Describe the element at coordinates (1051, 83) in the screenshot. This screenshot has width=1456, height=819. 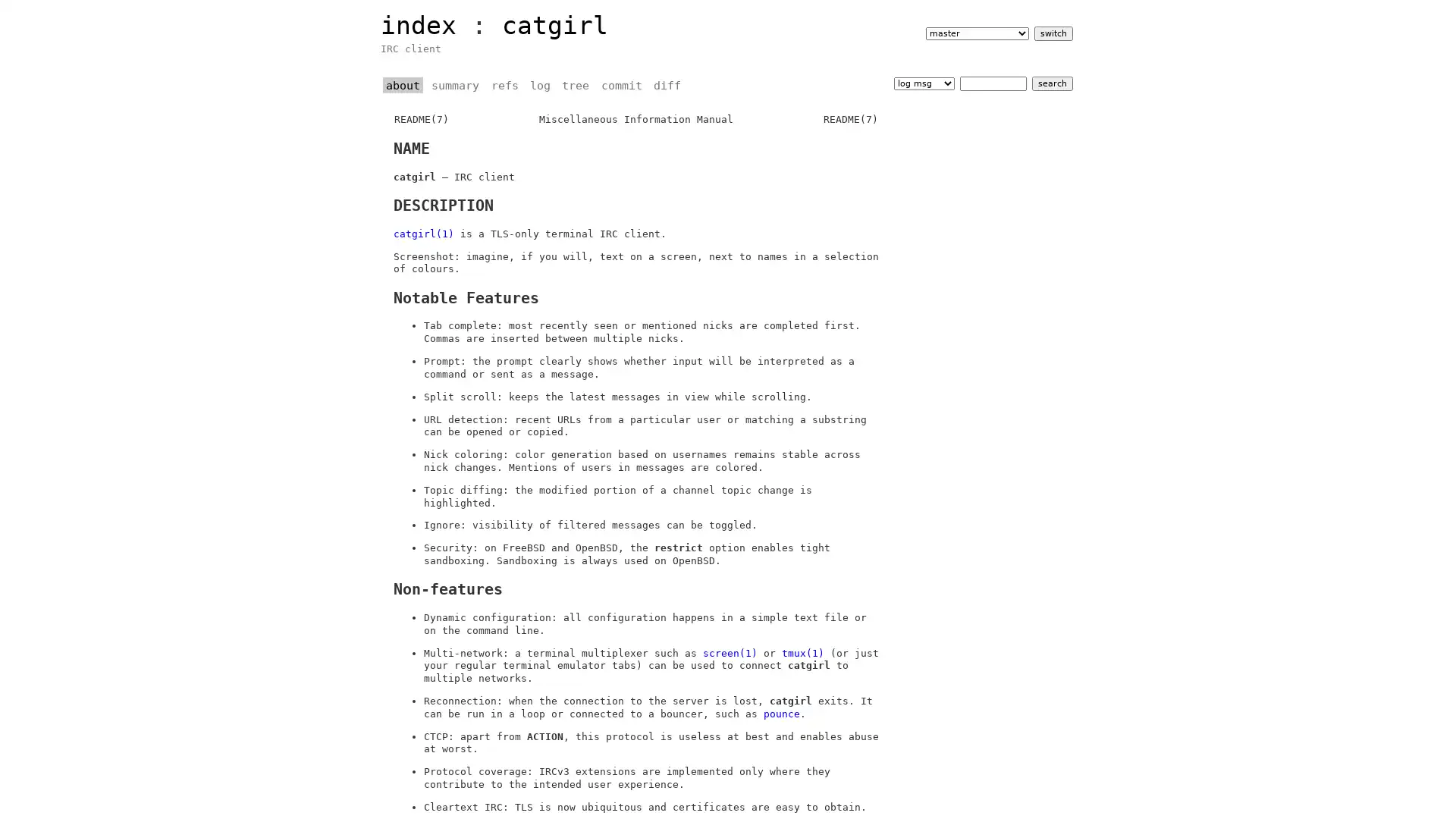
I see `search` at that location.